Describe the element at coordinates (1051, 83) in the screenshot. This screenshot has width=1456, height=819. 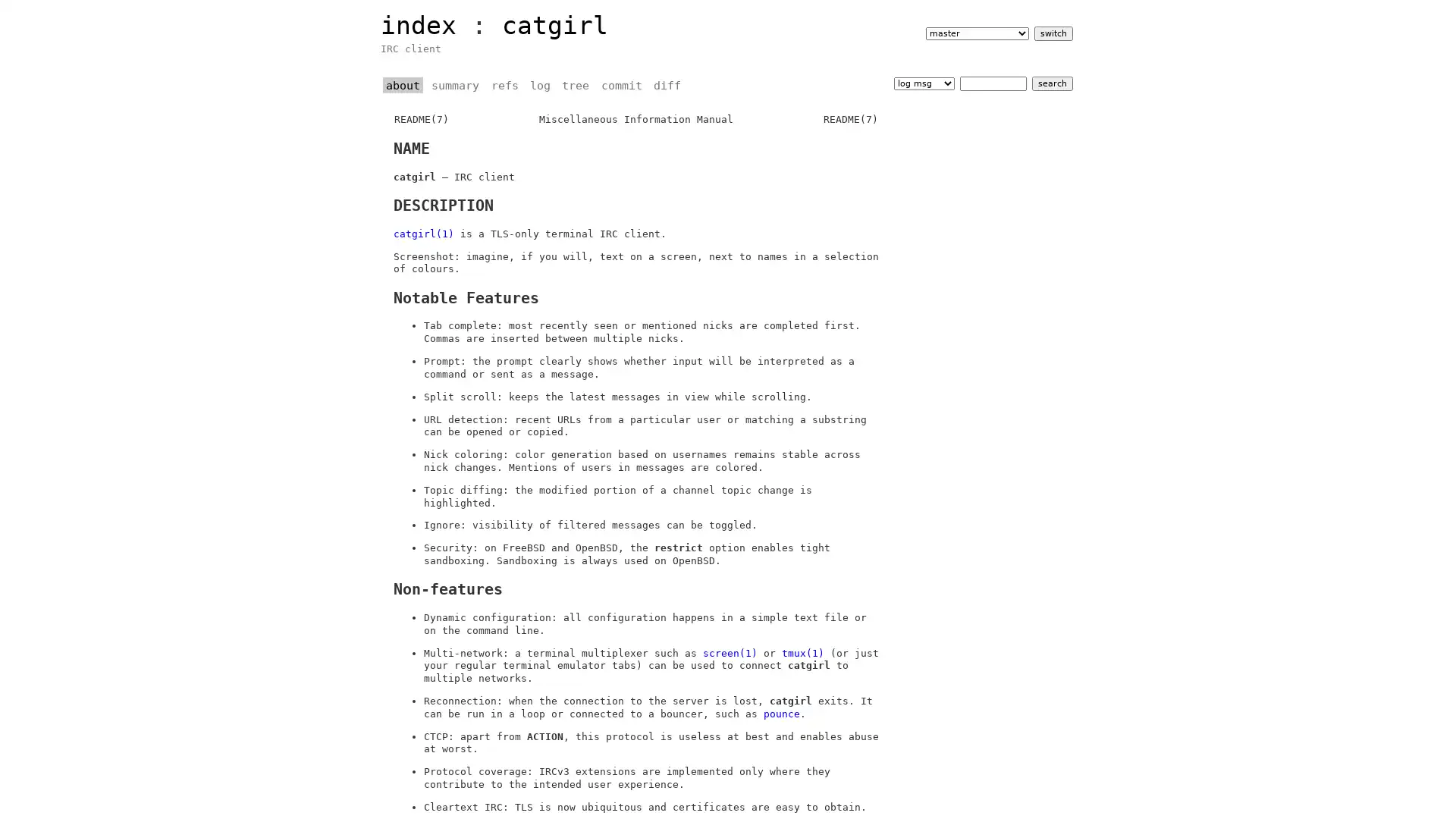
I see `search` at that location.